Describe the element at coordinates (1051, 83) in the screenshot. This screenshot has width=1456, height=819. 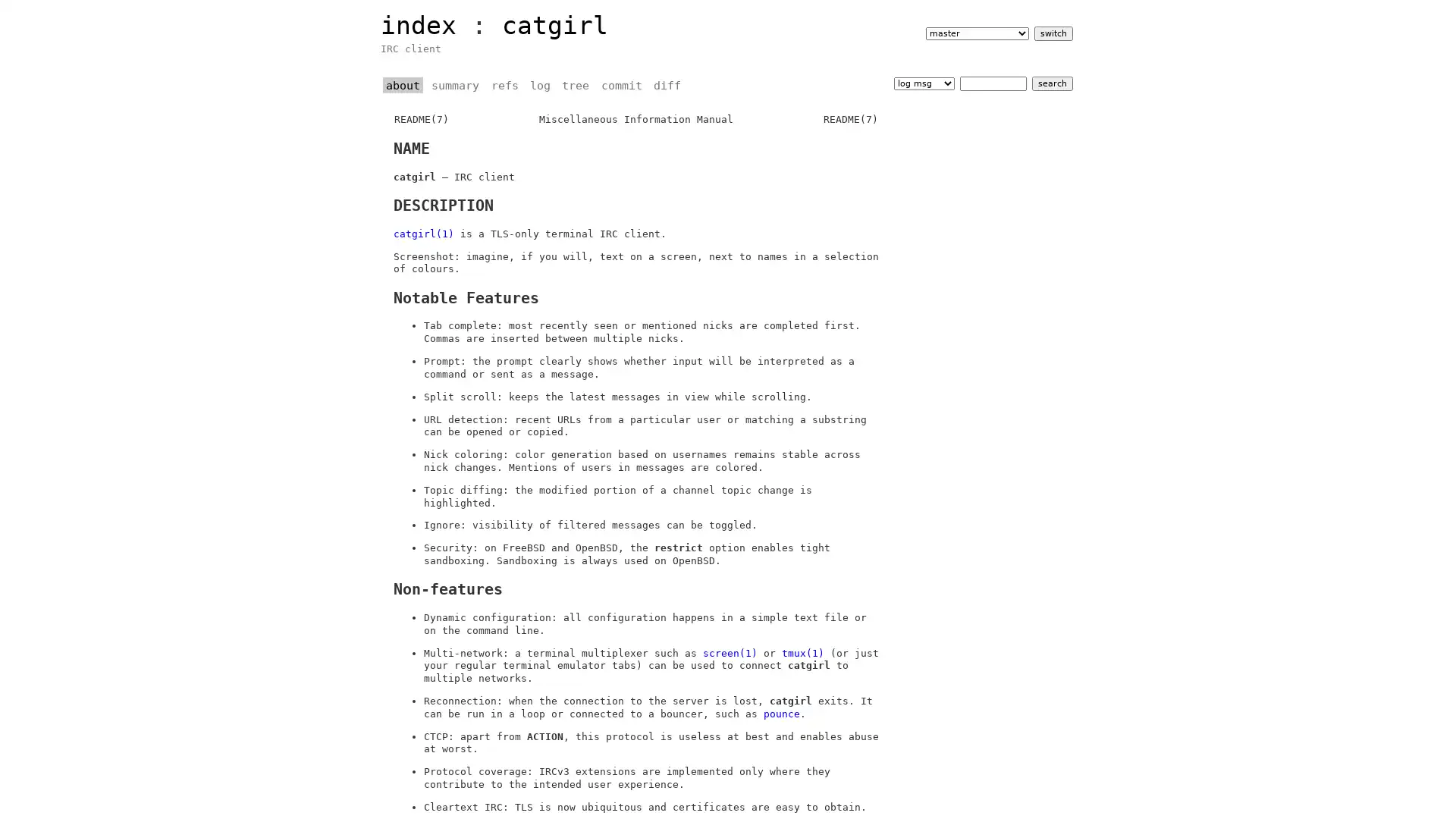
I see `search` at that location.